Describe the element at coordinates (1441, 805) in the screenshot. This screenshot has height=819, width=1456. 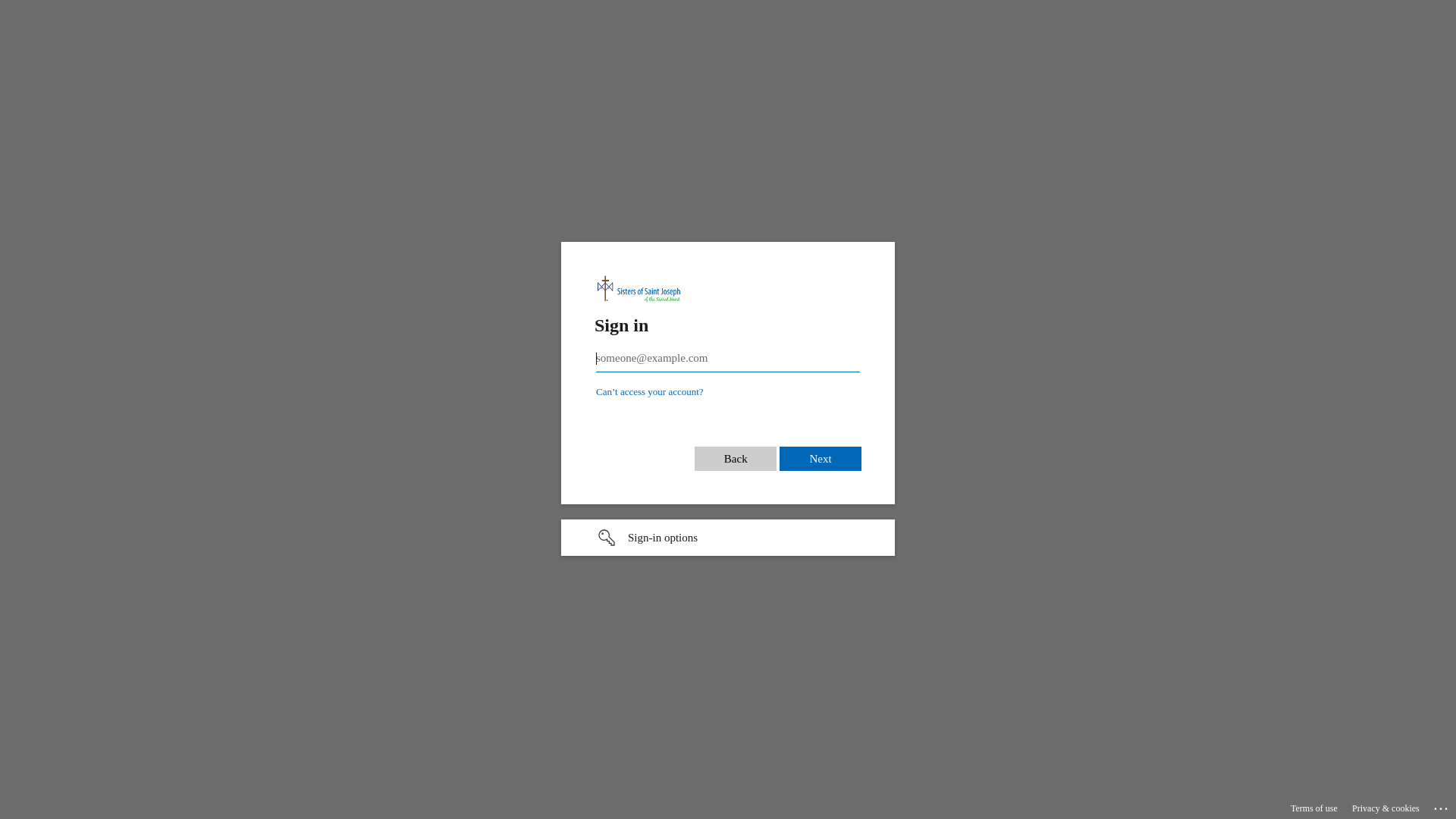
I see `'...'` at that location.